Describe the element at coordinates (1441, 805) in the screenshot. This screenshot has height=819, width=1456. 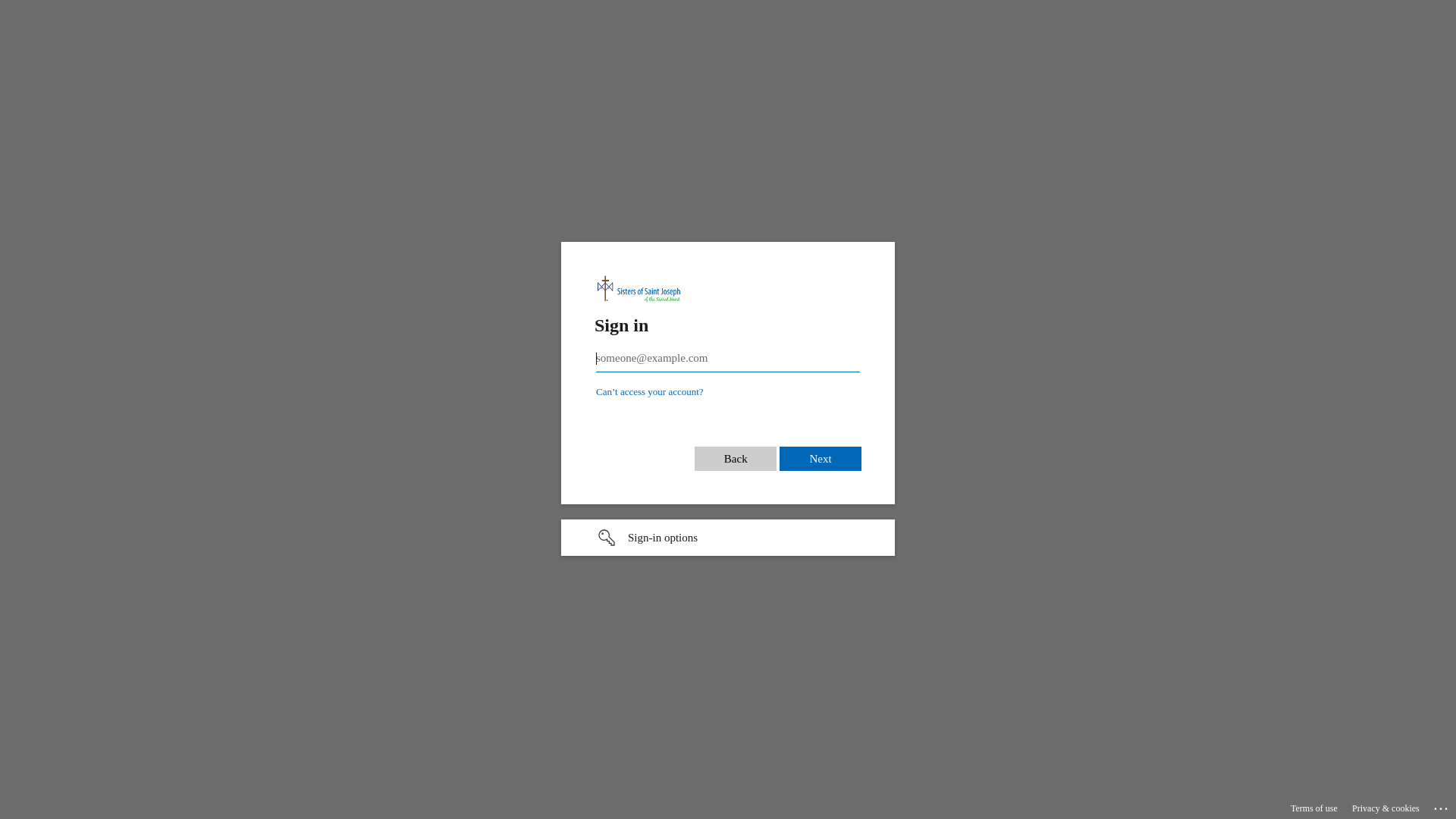
I see `'...'` at that location.